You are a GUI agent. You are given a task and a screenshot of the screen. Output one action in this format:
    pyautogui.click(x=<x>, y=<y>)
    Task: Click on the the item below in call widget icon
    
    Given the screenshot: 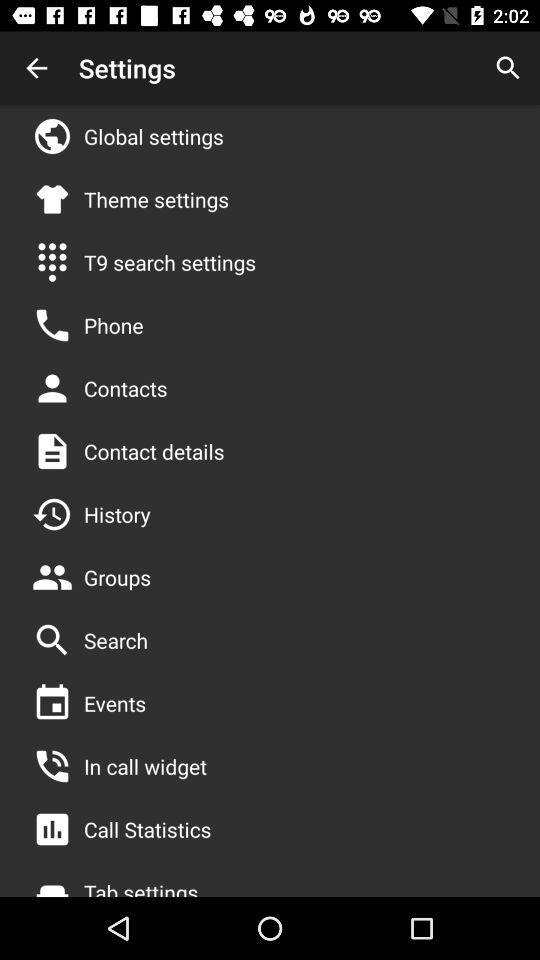 What is the action you would take?
    pyautogui.click(x=146, y=829)
    